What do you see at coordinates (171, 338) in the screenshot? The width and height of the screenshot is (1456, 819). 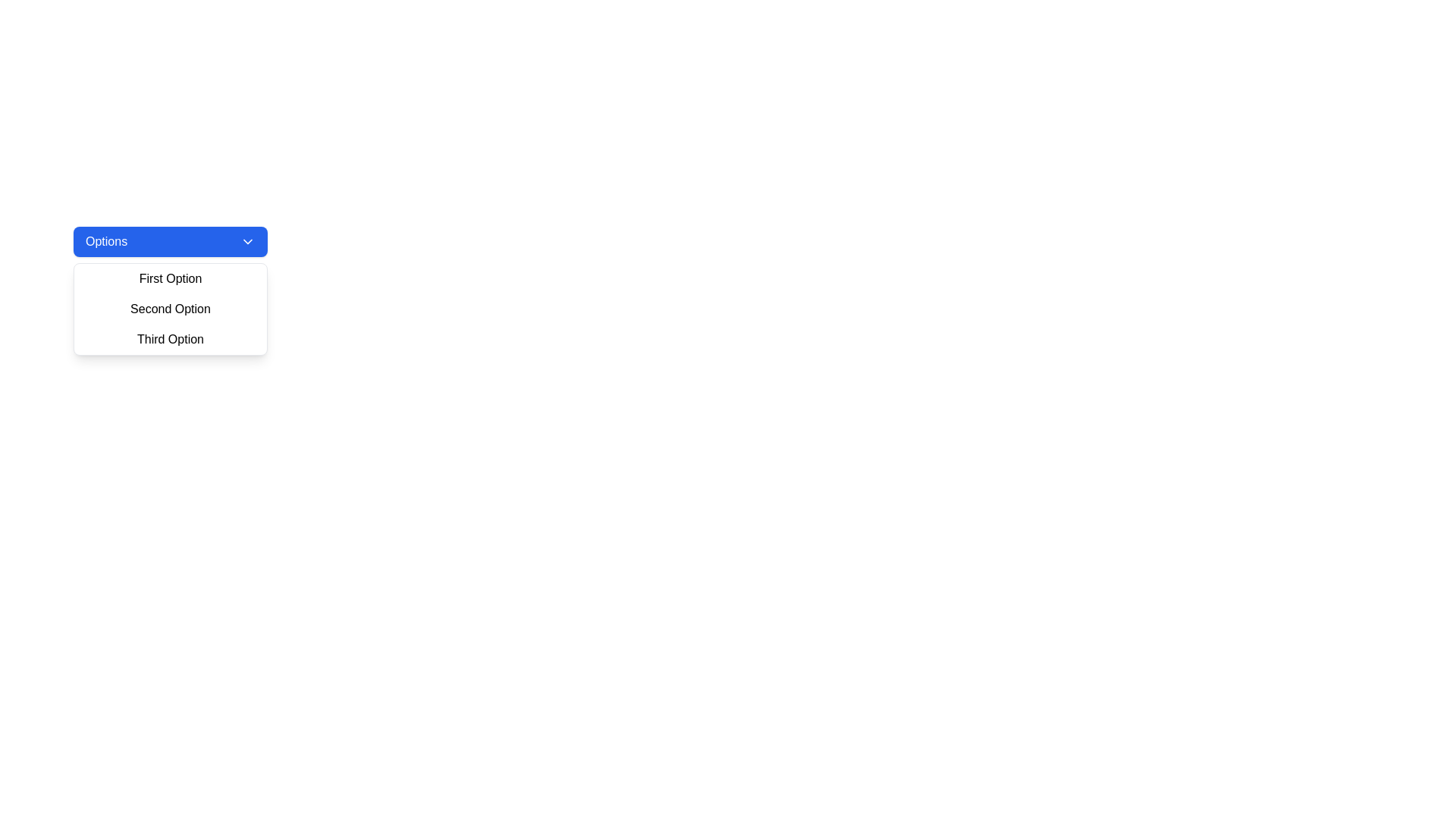 I see `the third item in the dropdown menu located below the 'Options' blue button` at bounding box center [171, 338].